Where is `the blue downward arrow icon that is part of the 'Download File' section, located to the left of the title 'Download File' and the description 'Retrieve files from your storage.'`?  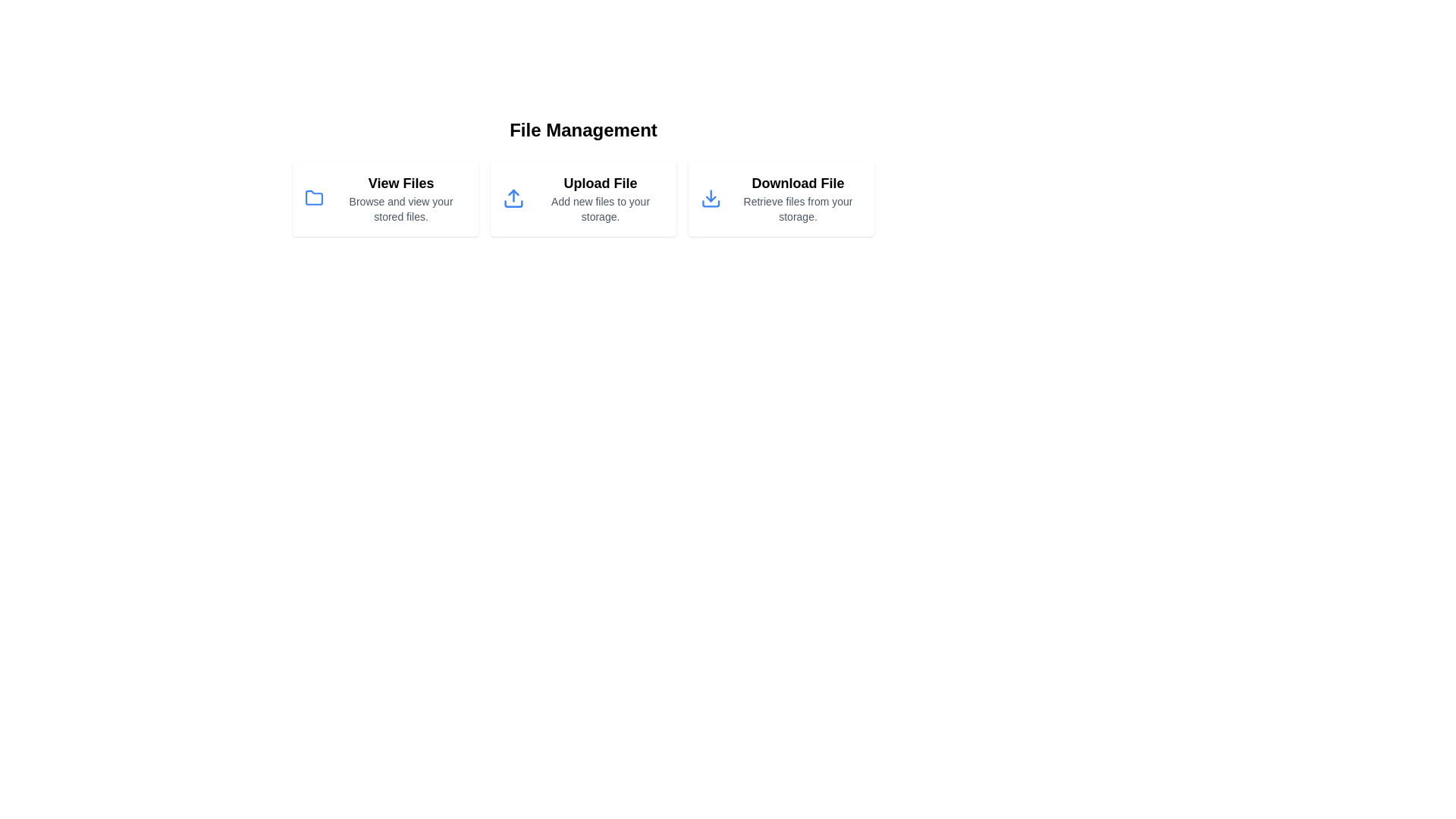 the blue downward arrow icon that is part of the 'Download File' section, located to the left of the title 'Download File' and the description 'Retrieve files from your storage.' is located at coordinates (710, 198).